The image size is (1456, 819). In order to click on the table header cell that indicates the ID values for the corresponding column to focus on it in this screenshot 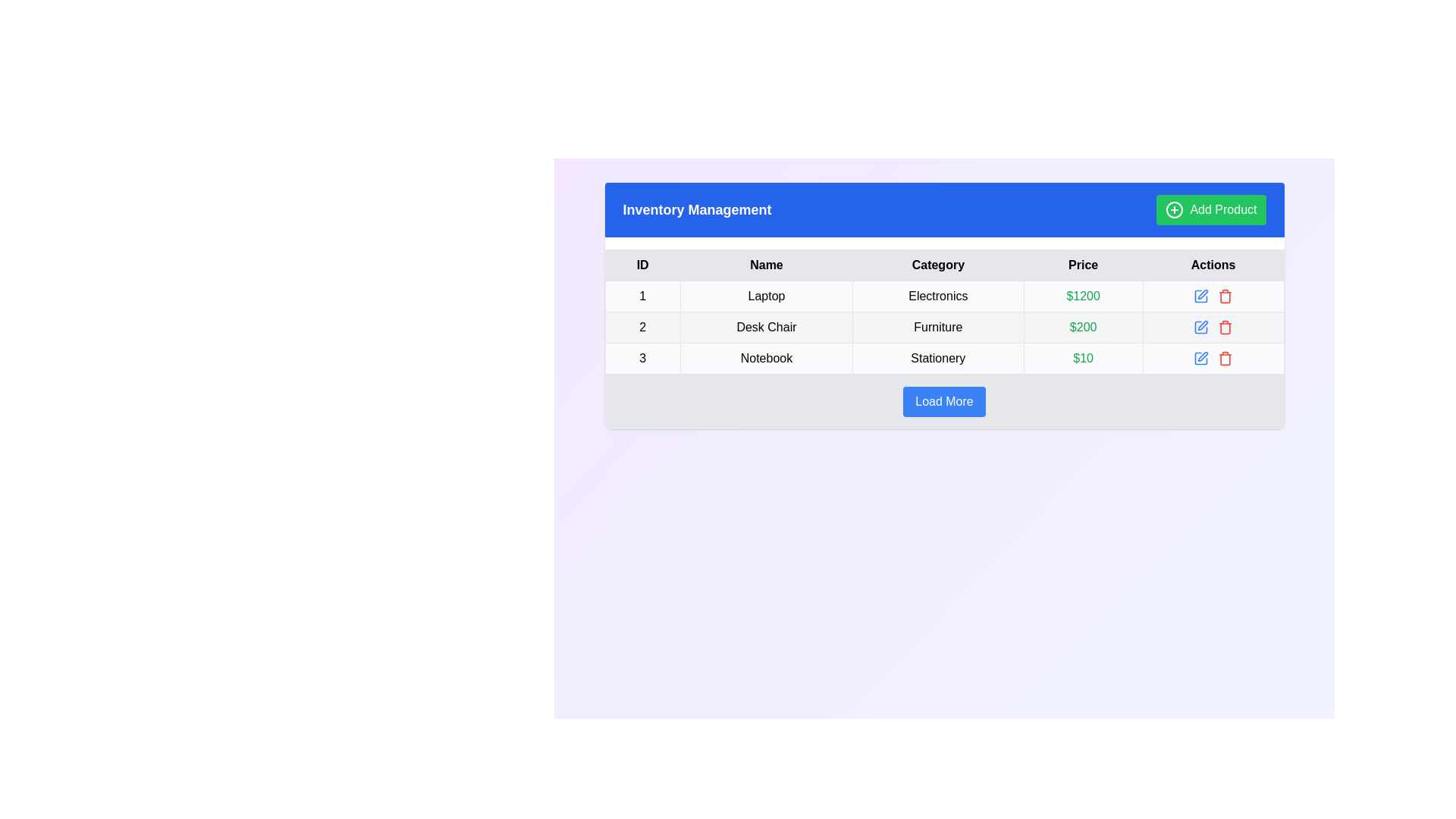, I will do `click(642, 265)`.